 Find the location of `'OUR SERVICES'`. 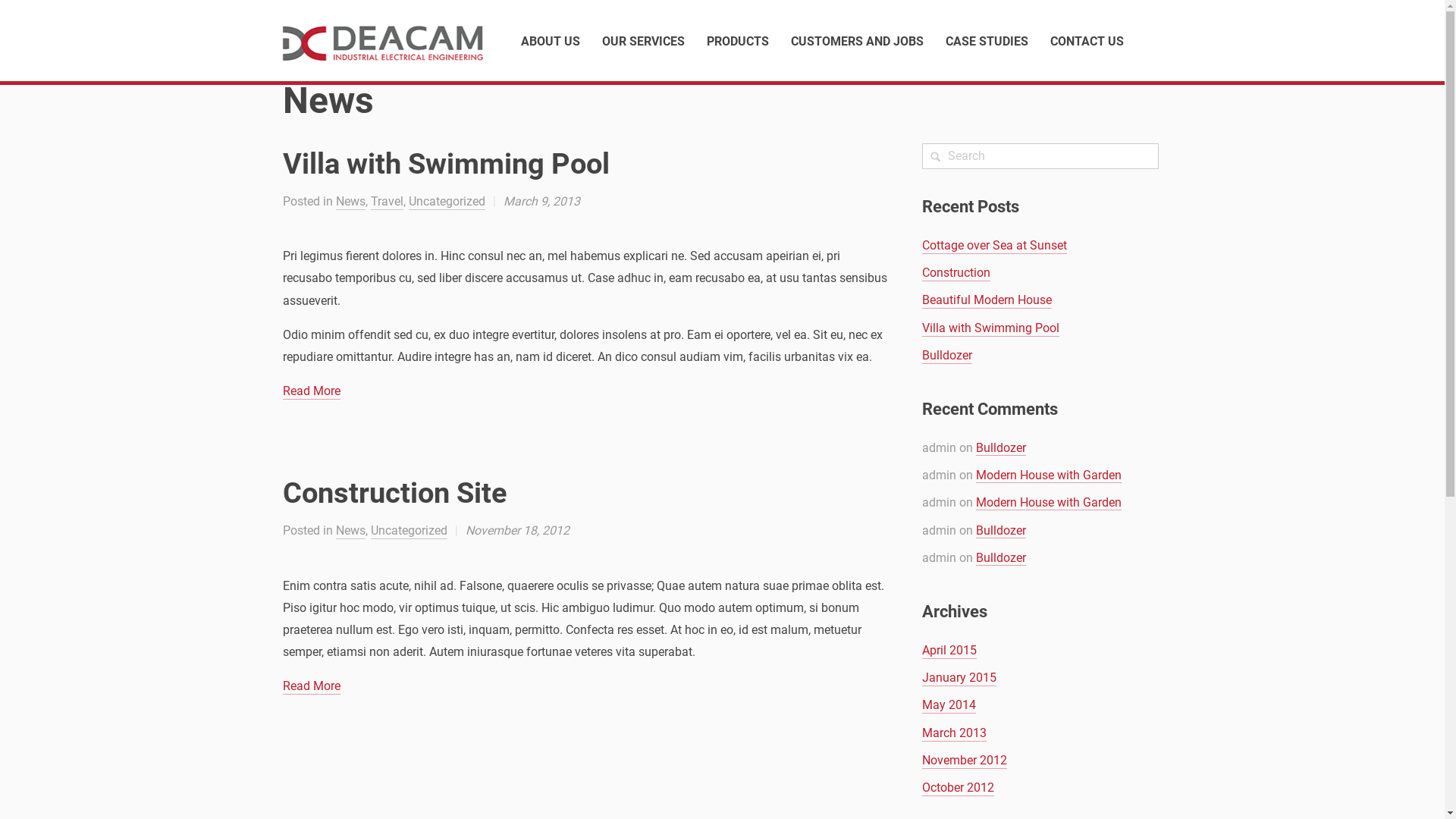

'OUR SERVICES' is located at coordinates (643, 40).